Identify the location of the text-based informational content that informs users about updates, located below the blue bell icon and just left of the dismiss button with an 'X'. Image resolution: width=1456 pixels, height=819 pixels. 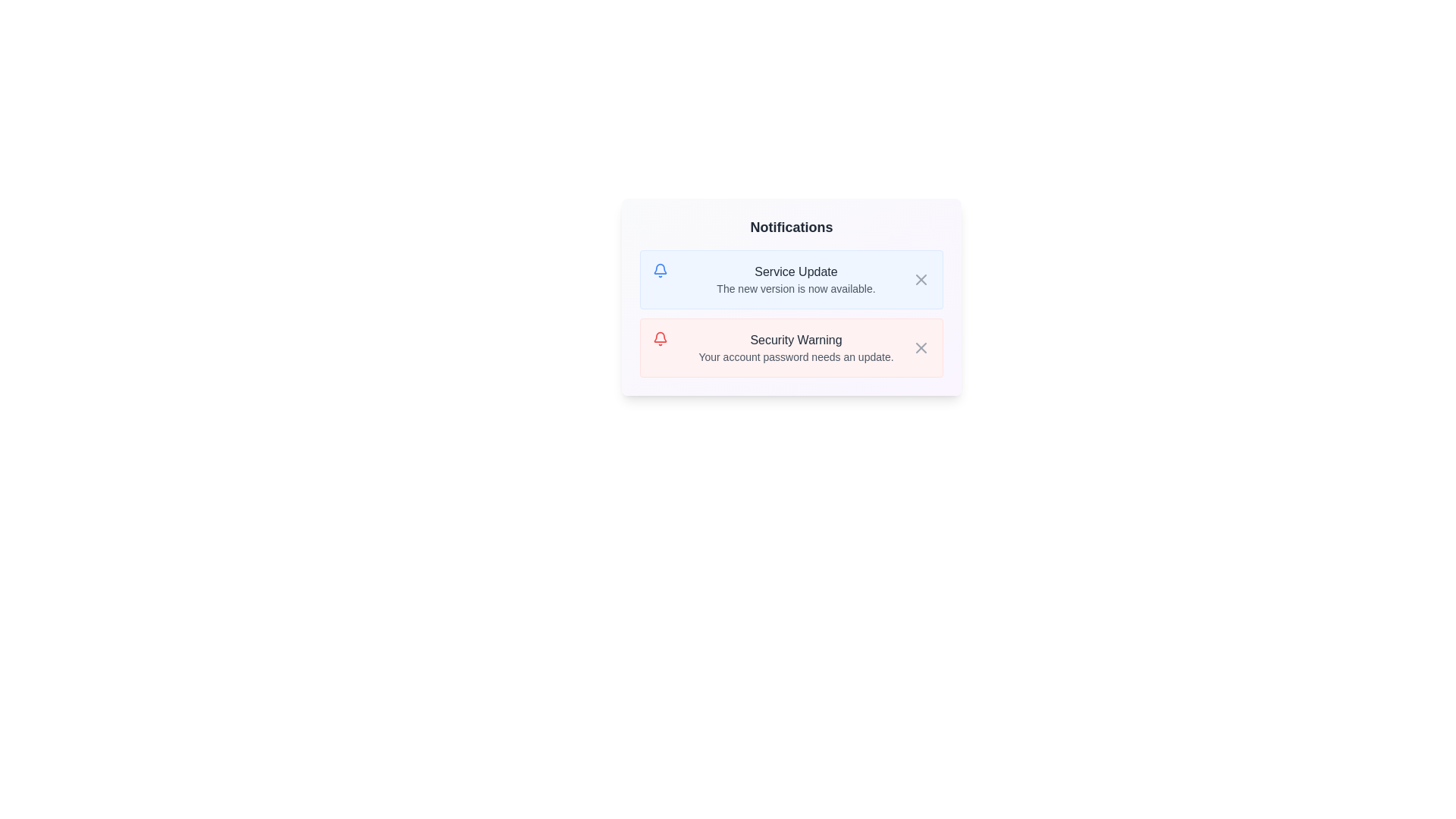
(795, 280).